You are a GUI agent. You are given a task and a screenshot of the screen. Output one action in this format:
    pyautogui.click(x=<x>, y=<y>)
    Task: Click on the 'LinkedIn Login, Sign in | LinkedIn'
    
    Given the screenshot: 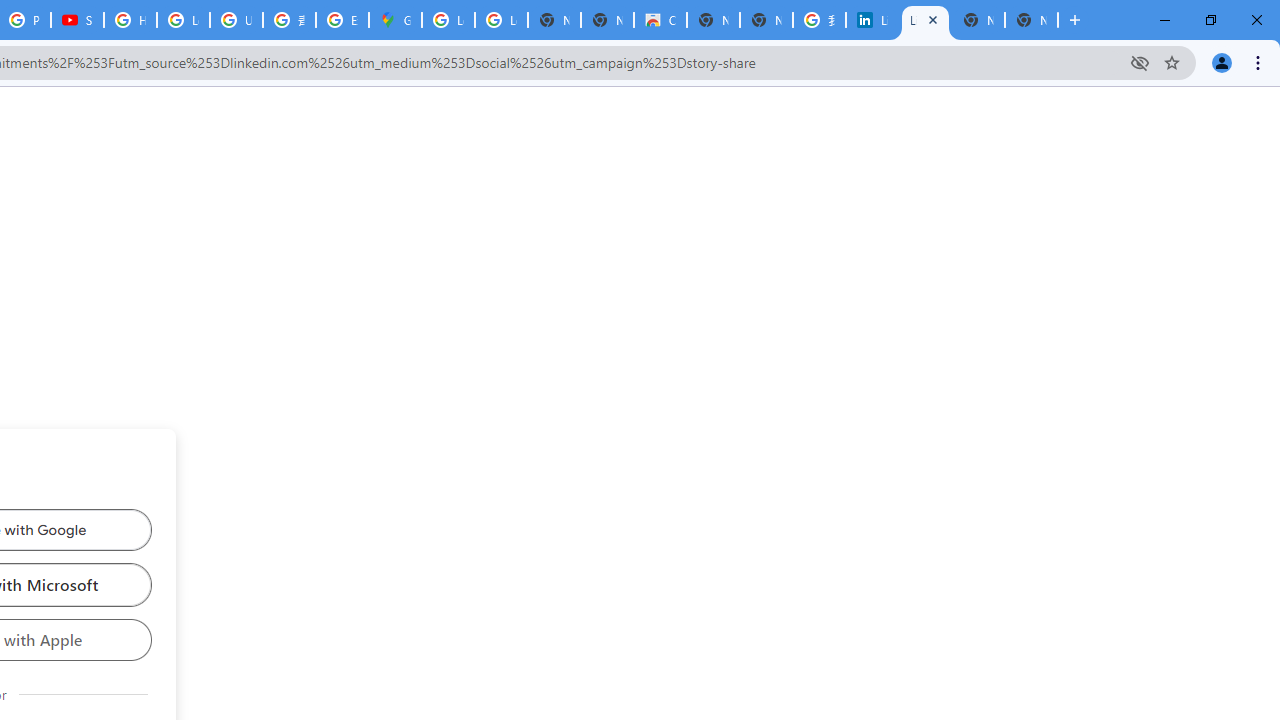 What is the action you would take?
    pyautogui.click(x=924, y=20)
    